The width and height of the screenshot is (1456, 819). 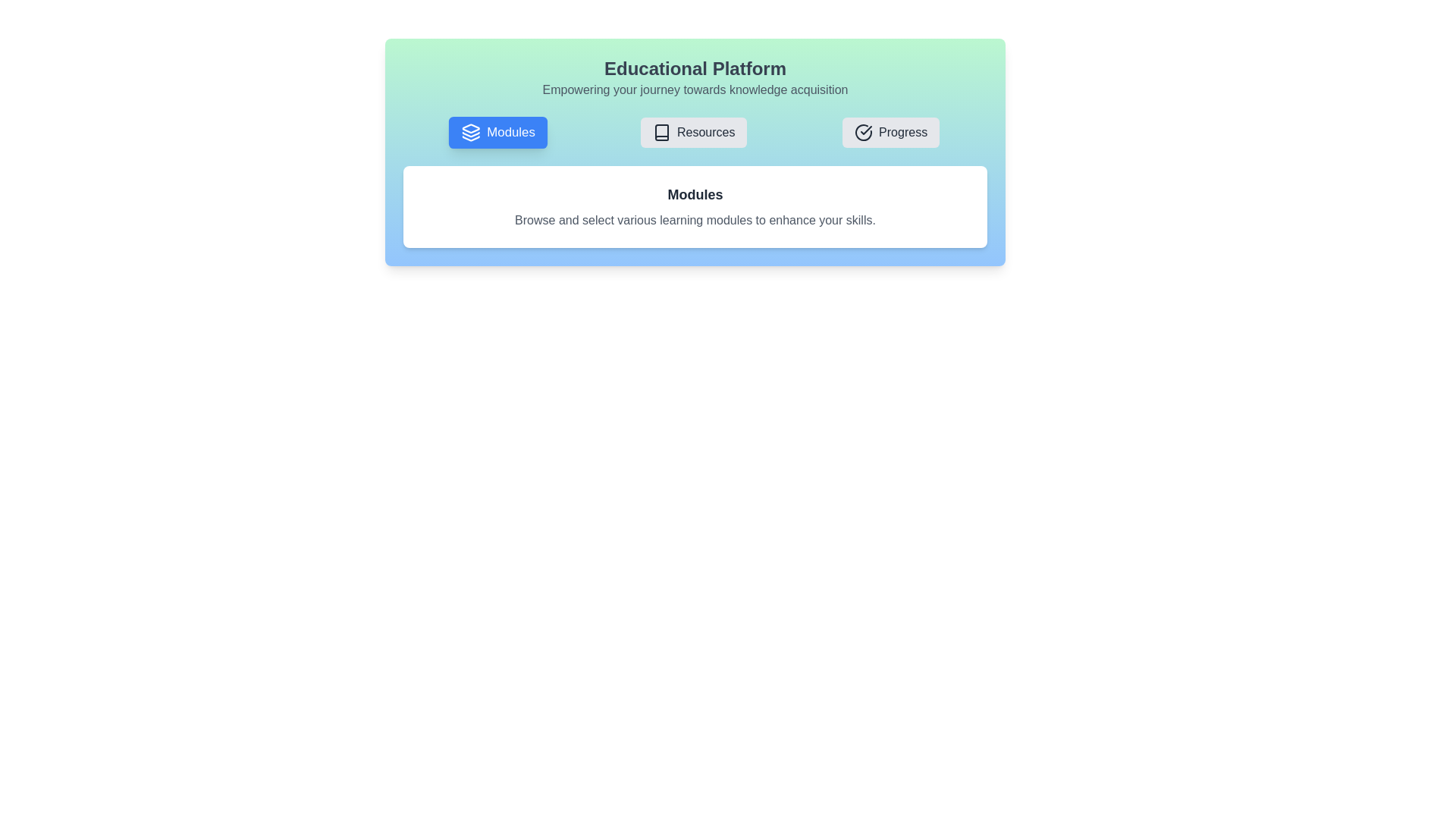 What do you see at coordinates (498, 131) in the screenshot?
I see `the tab button labeled Modules` at bounding box center [498, 131].